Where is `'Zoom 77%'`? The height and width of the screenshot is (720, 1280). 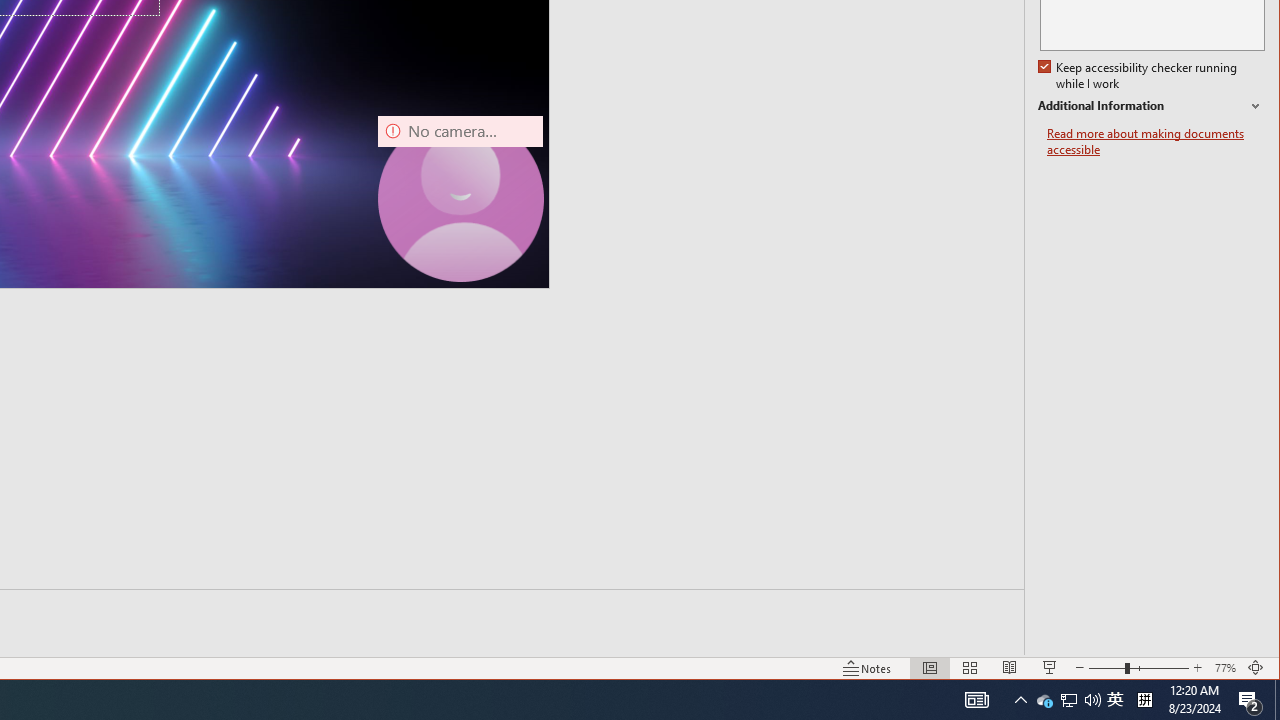
'Zoom 77%' is located at coordinates (1224, 668).